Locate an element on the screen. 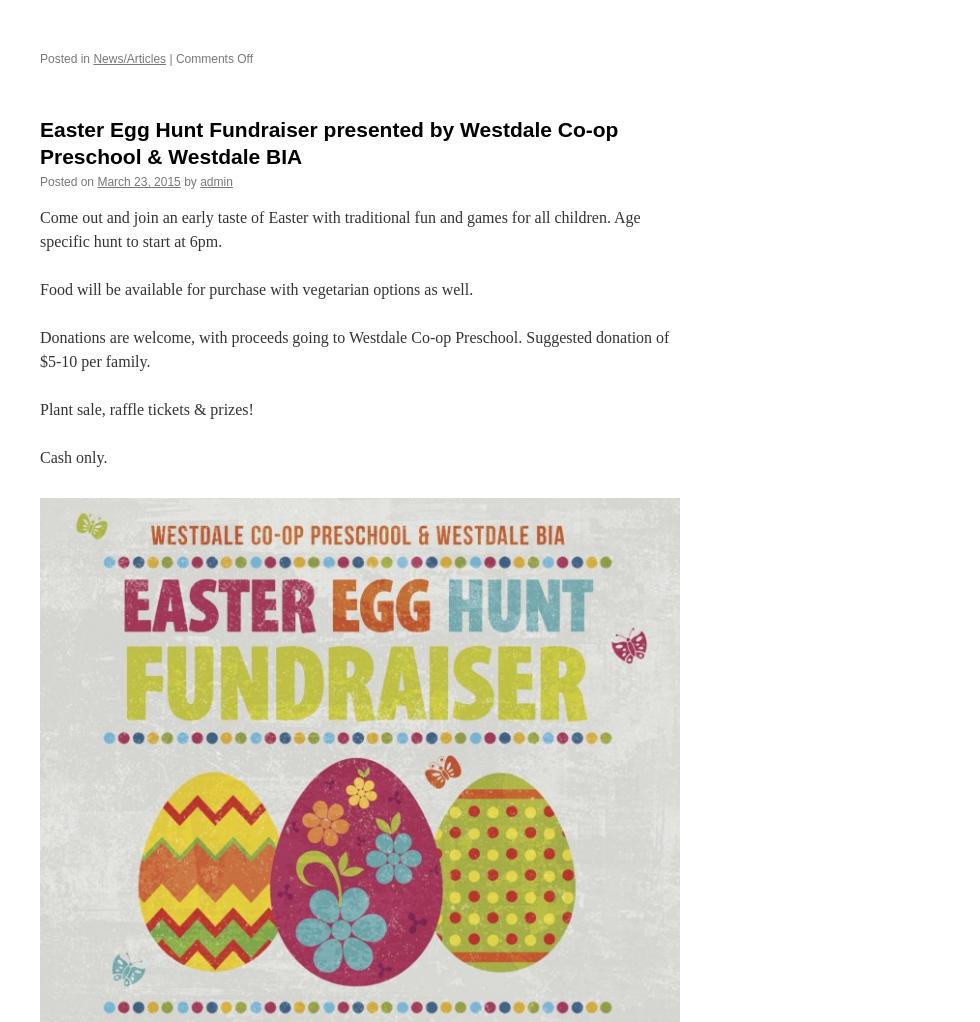 This screenshot has width=980, height=1022. 'admin' is located at coordinates (215, 181).